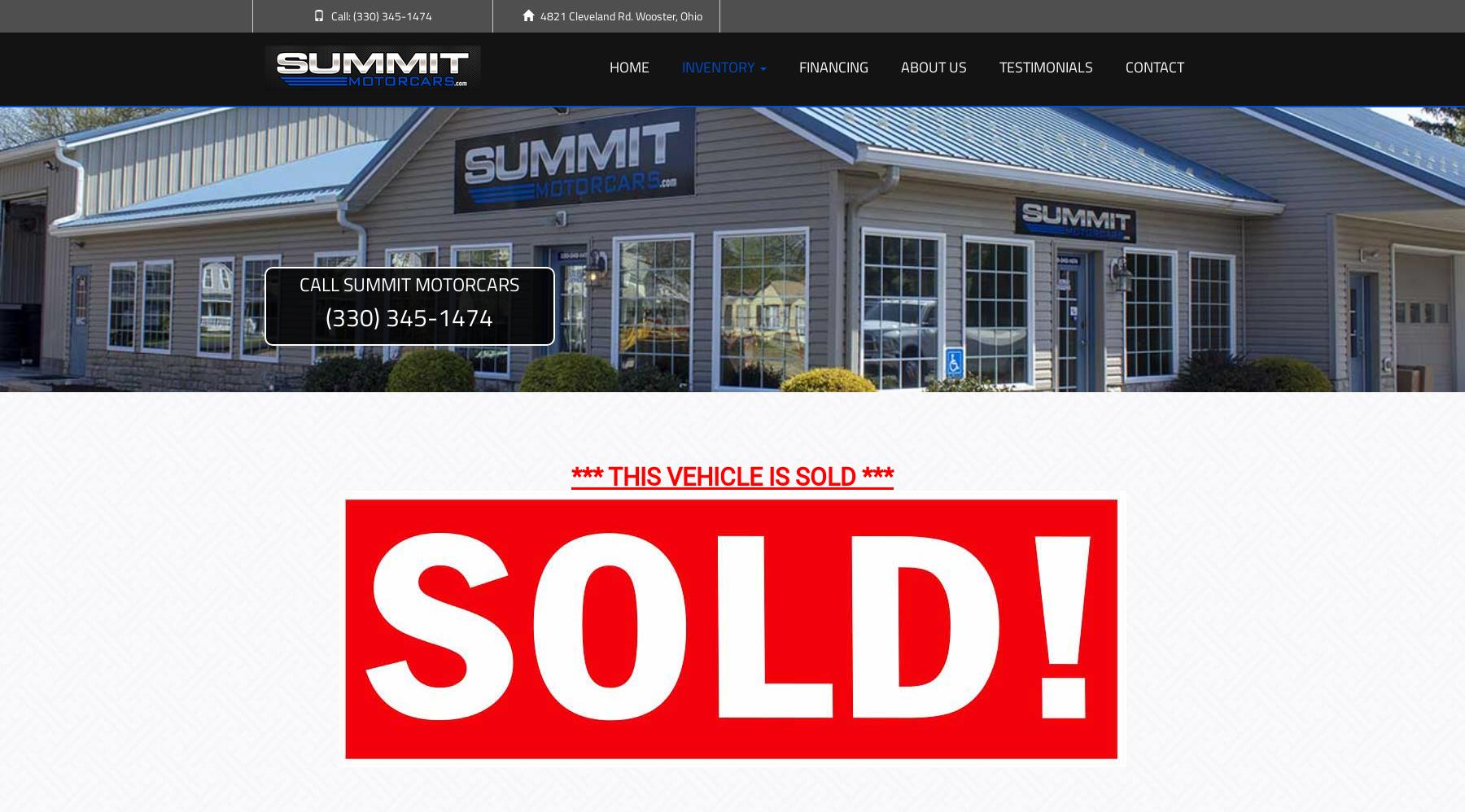 This screenshot has height=812, width=1465. I want to click on 'About Us', so click(933, 66).